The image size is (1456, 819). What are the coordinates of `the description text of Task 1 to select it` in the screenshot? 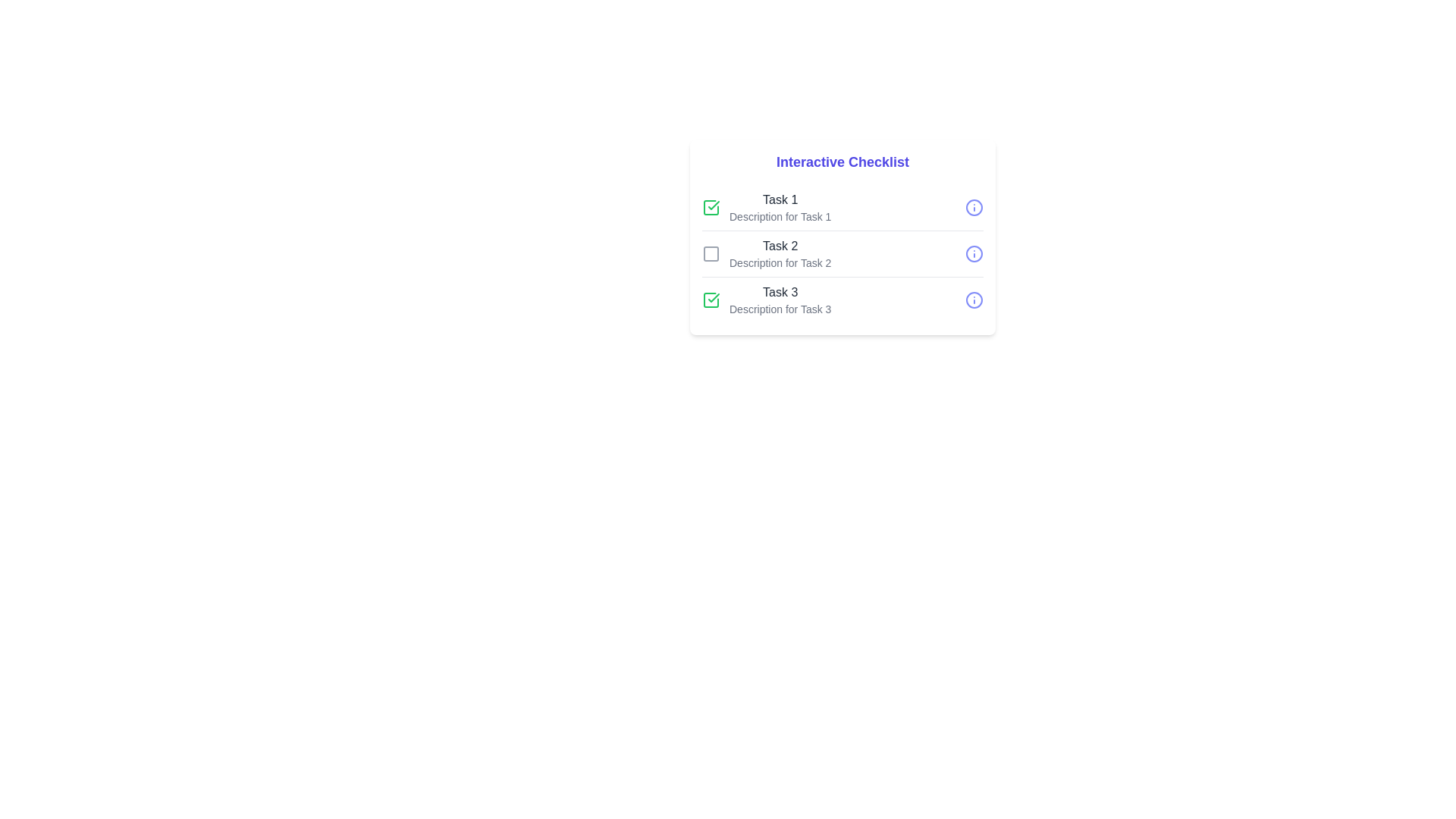 It's located at (780, 216).